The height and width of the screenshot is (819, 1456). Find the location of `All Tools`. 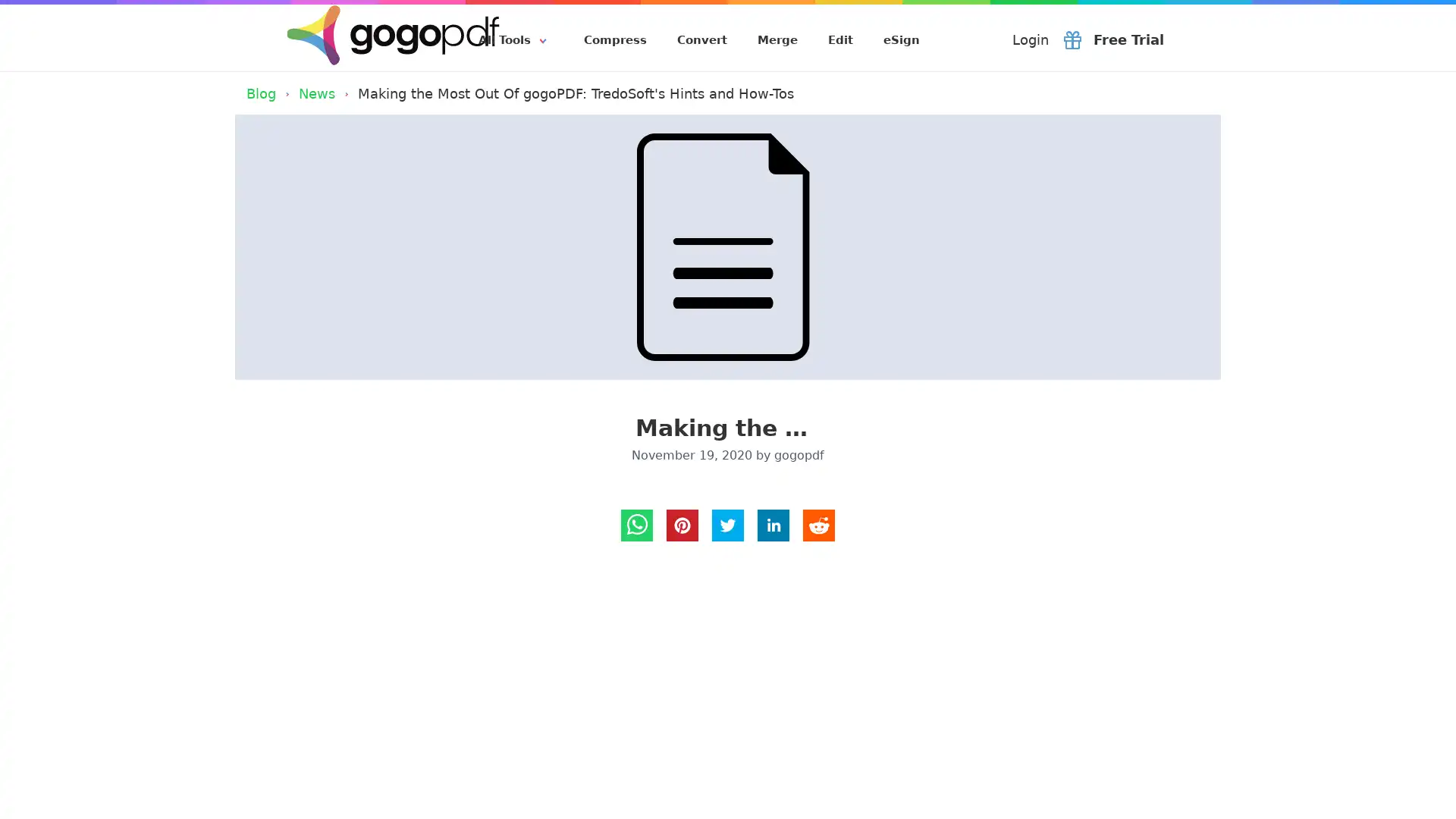

All Tools is located at coordinates (513, 39).